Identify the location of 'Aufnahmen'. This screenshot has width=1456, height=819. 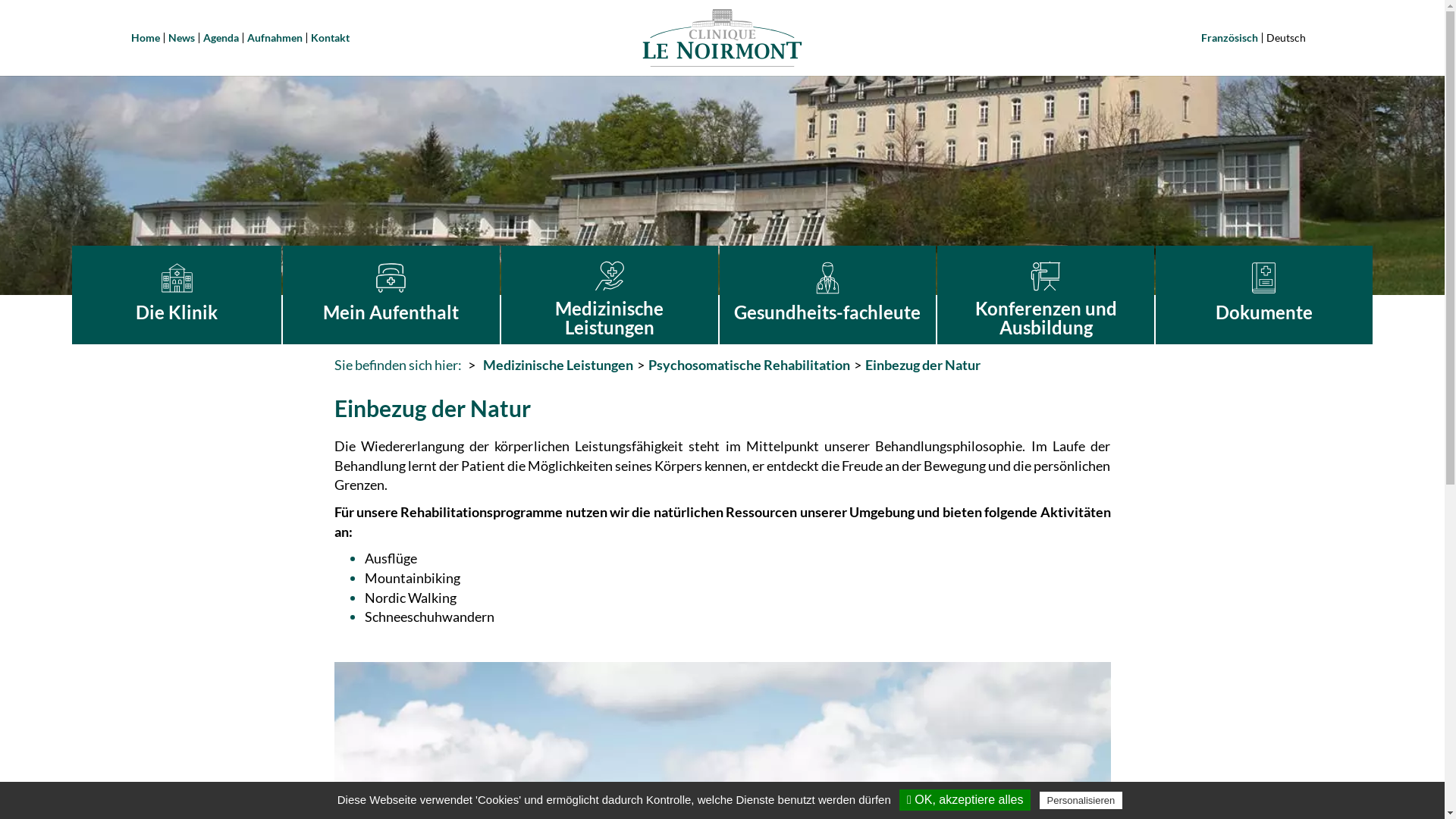
(247, 36).